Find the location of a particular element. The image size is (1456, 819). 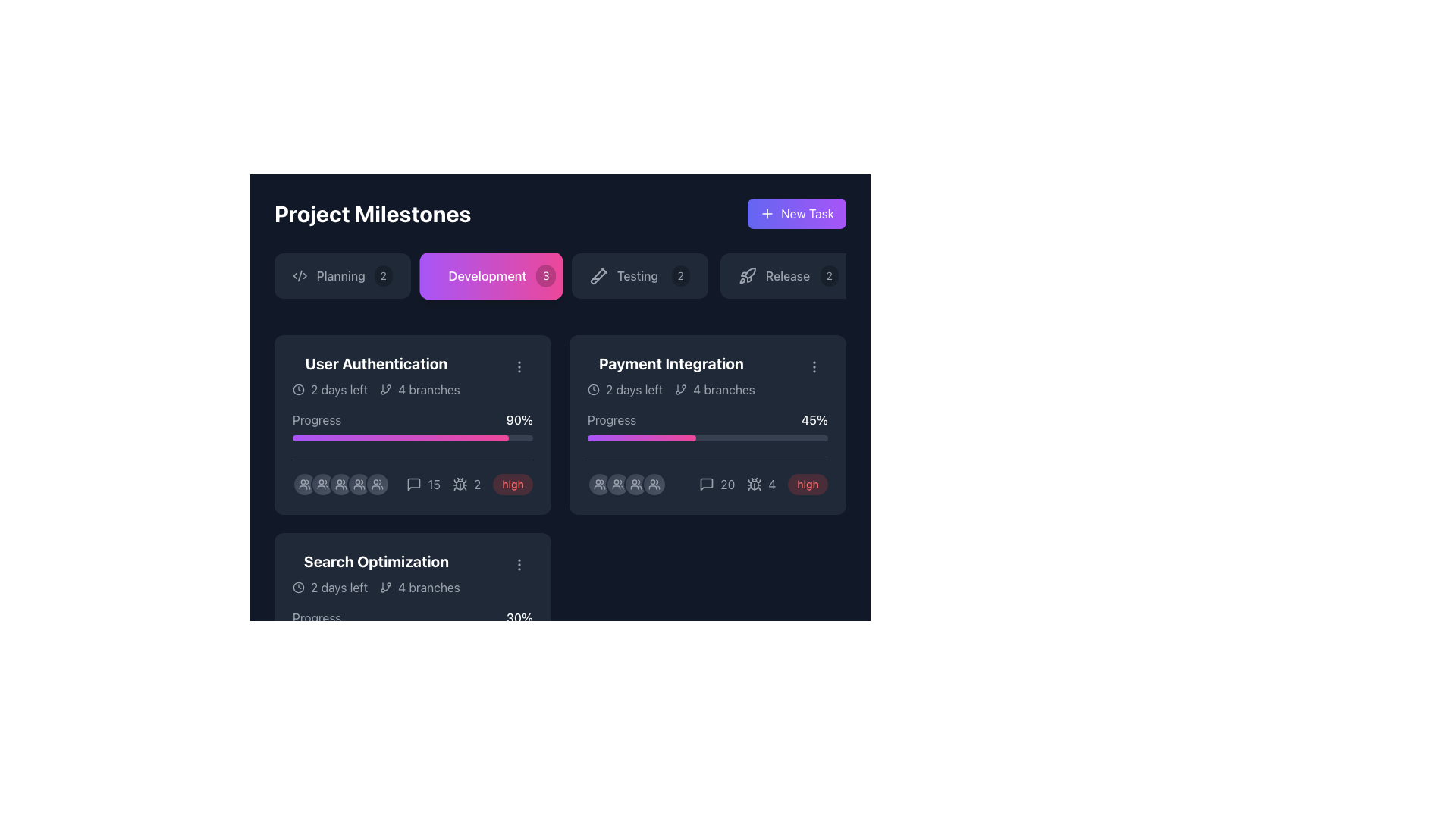

the fifth circular Icon Button in the 'Payment Integration' panel is located at coordinates (654, 485).